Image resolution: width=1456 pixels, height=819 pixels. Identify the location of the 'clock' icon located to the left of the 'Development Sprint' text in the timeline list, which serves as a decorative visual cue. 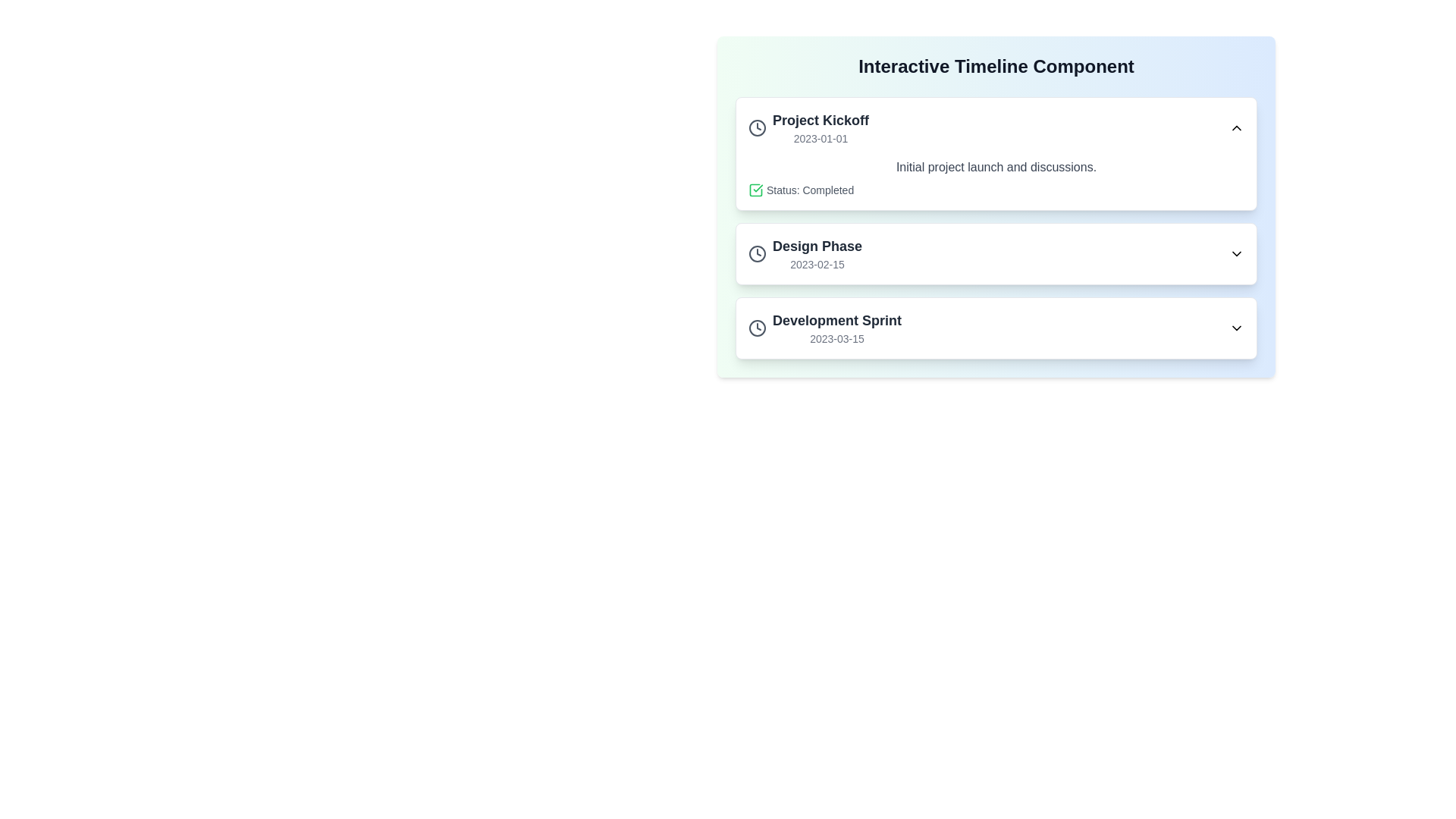
(757, 327).